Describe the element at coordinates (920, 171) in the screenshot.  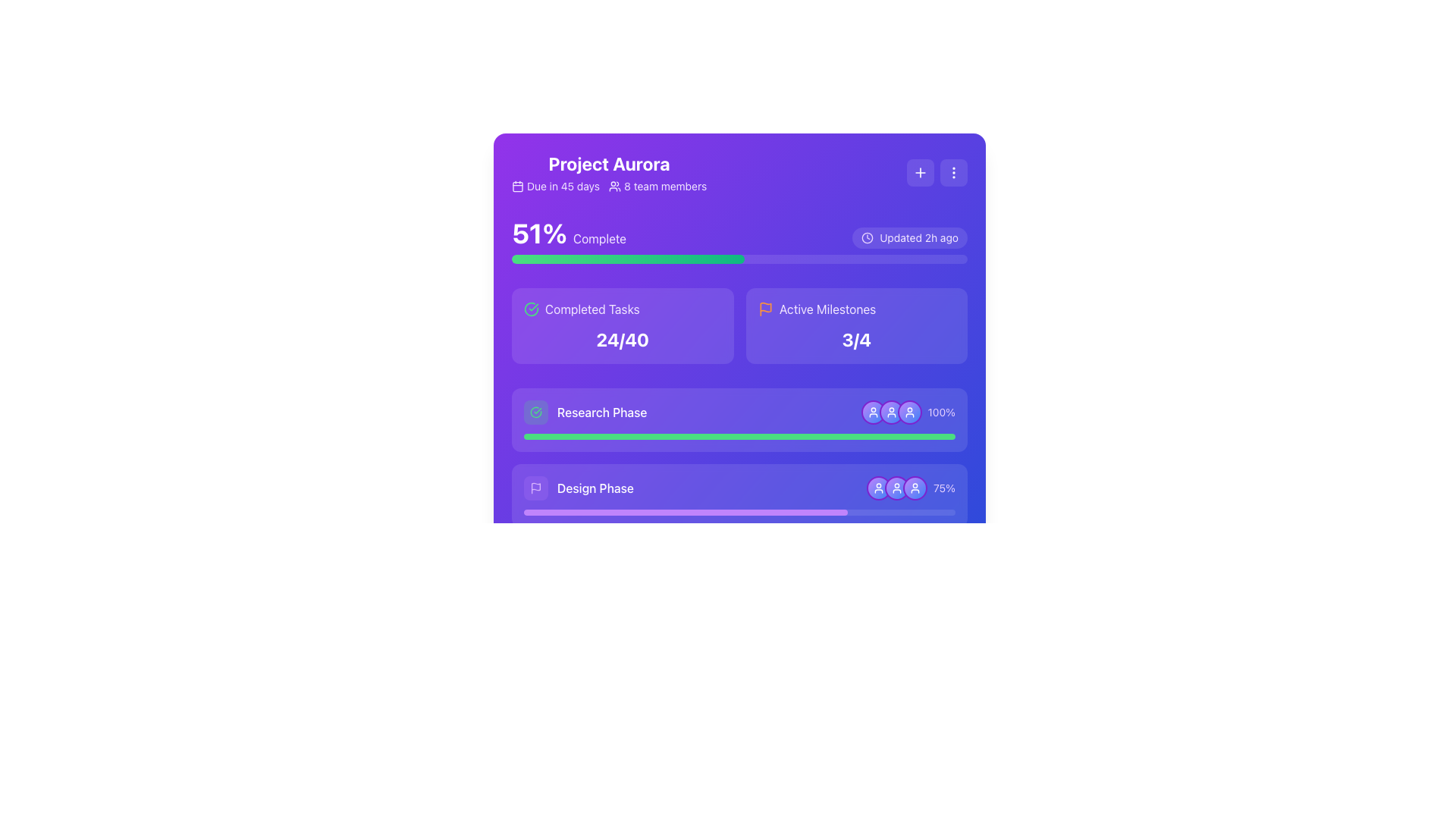
I see `the inner white icon within the rounded square button at the far right of the top row of the card` at that location.